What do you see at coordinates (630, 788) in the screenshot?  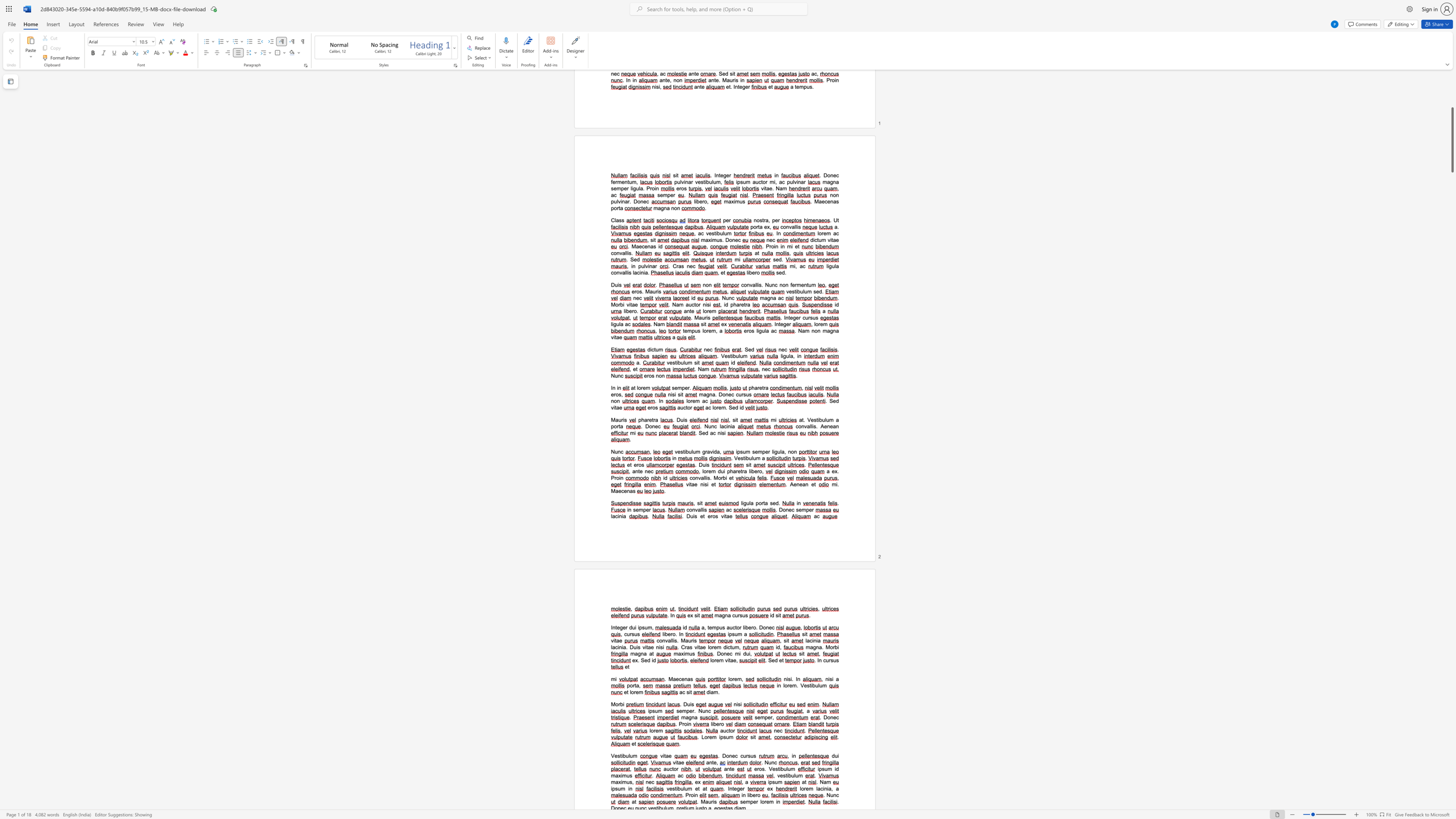 I see `the space between the continuous character "i" and "n" in the text` at bounding box center [630, 788].